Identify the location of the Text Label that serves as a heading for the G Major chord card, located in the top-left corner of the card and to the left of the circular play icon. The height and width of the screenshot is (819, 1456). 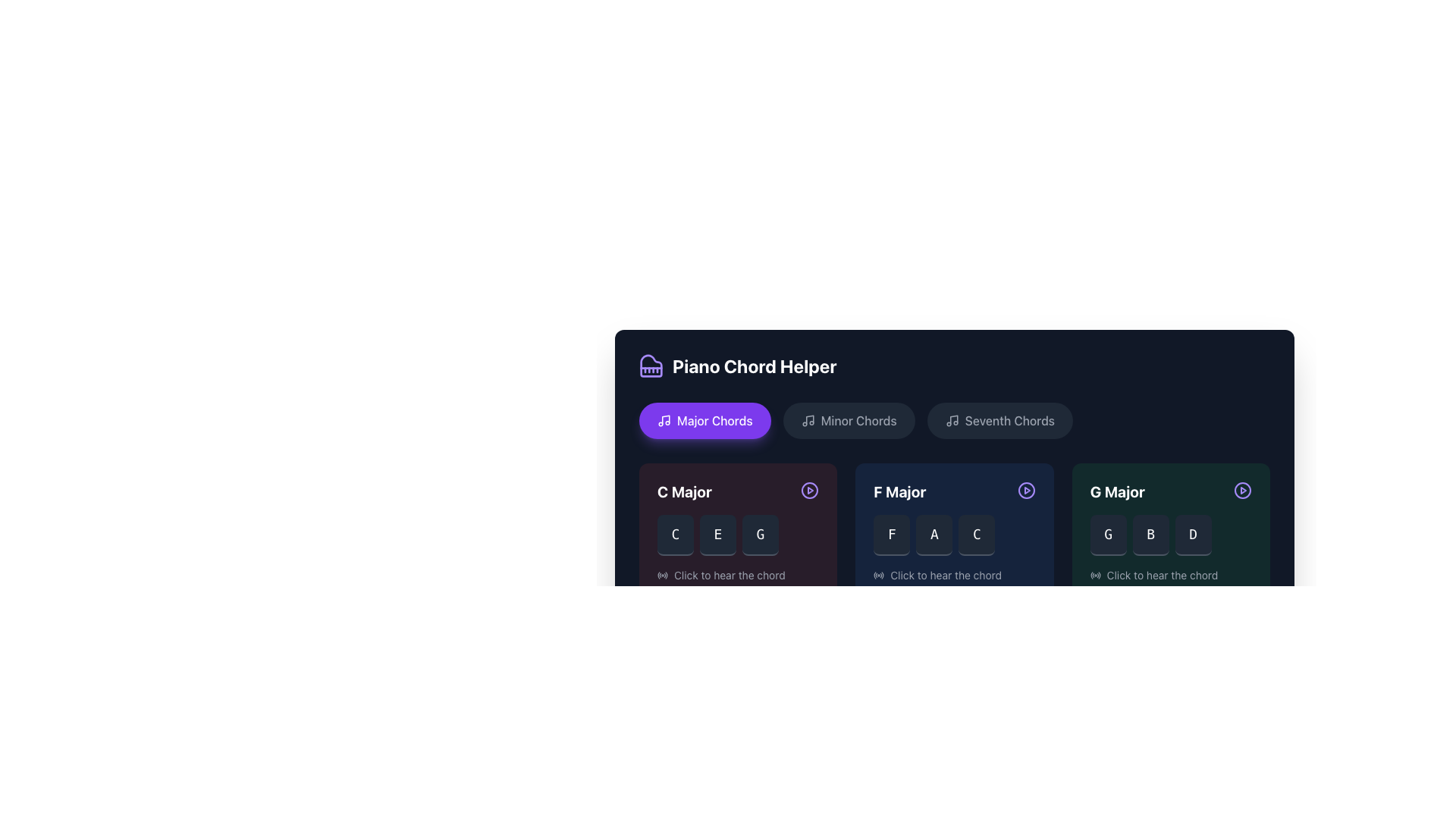
(1117, 491).